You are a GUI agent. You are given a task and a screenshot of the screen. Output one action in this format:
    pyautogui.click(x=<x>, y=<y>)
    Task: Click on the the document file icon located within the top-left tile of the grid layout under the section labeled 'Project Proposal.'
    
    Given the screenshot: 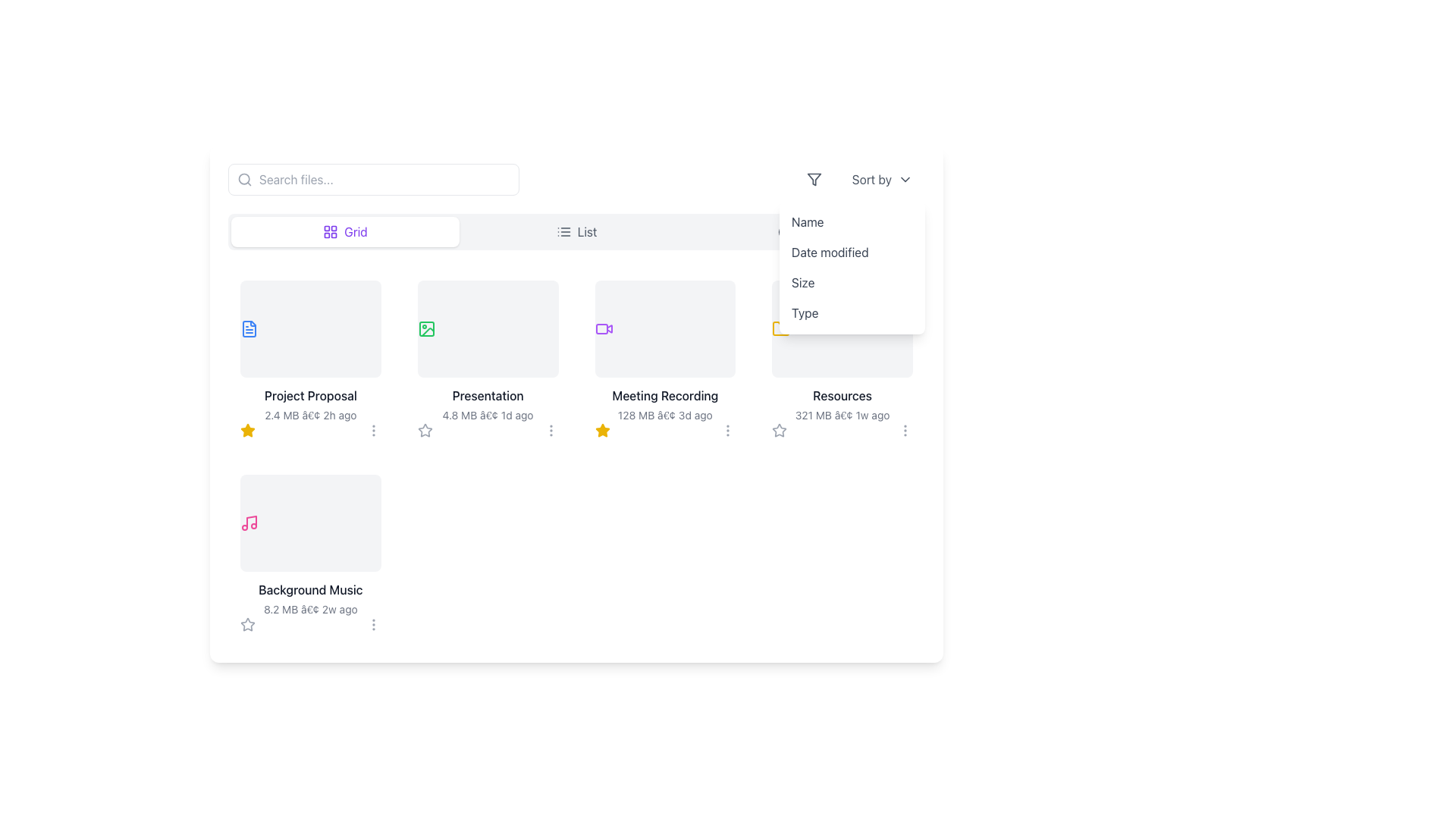 What is the action you would take?
    pyautogui.click(x=249, y=328)
    